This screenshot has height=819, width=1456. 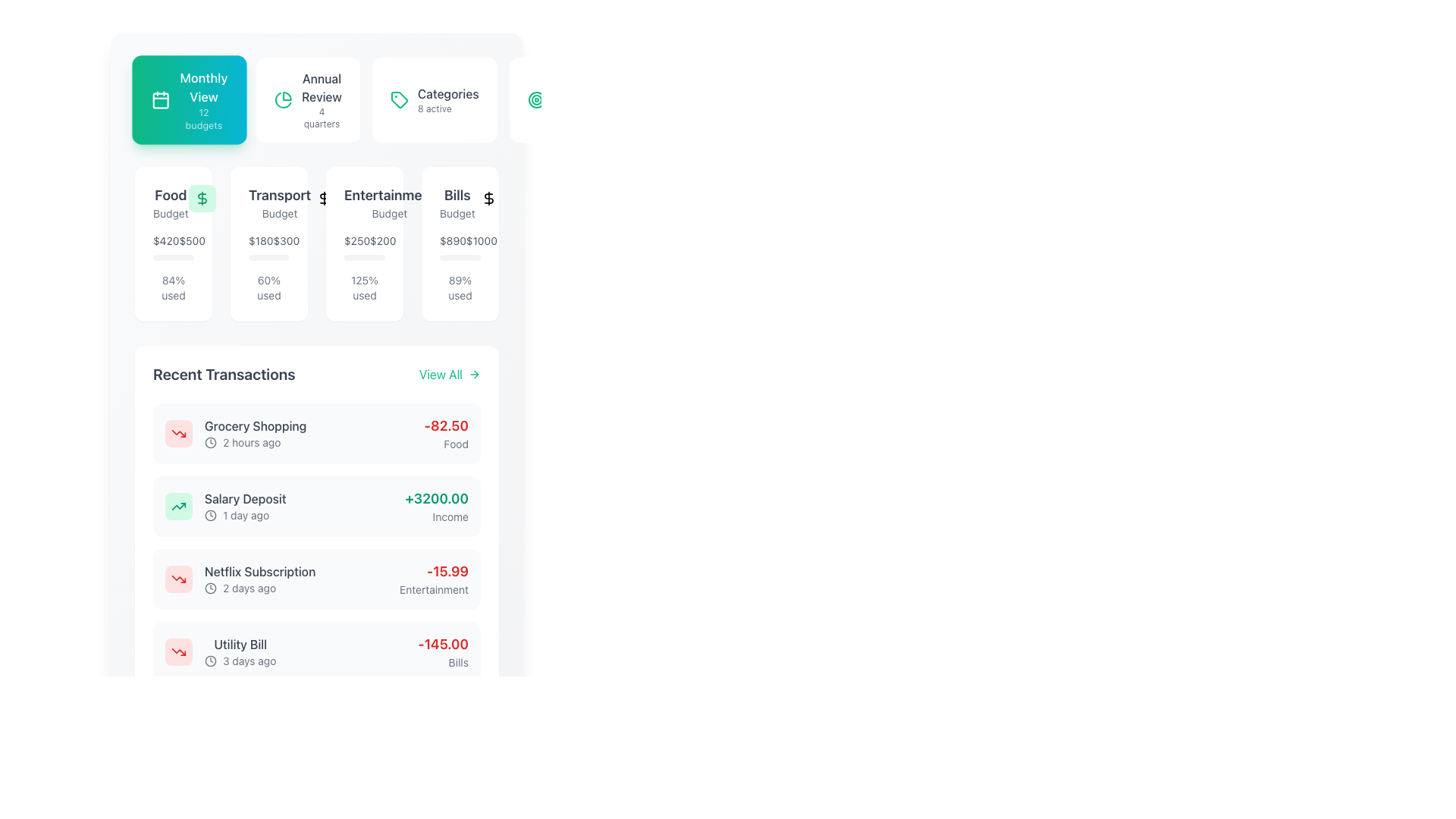 I want to click on the Text Display element showing '$250' and '$200' in the 'Entertainment Budget' section, which is positioned below the title and above the progress bar, so click(x=364, y=246).